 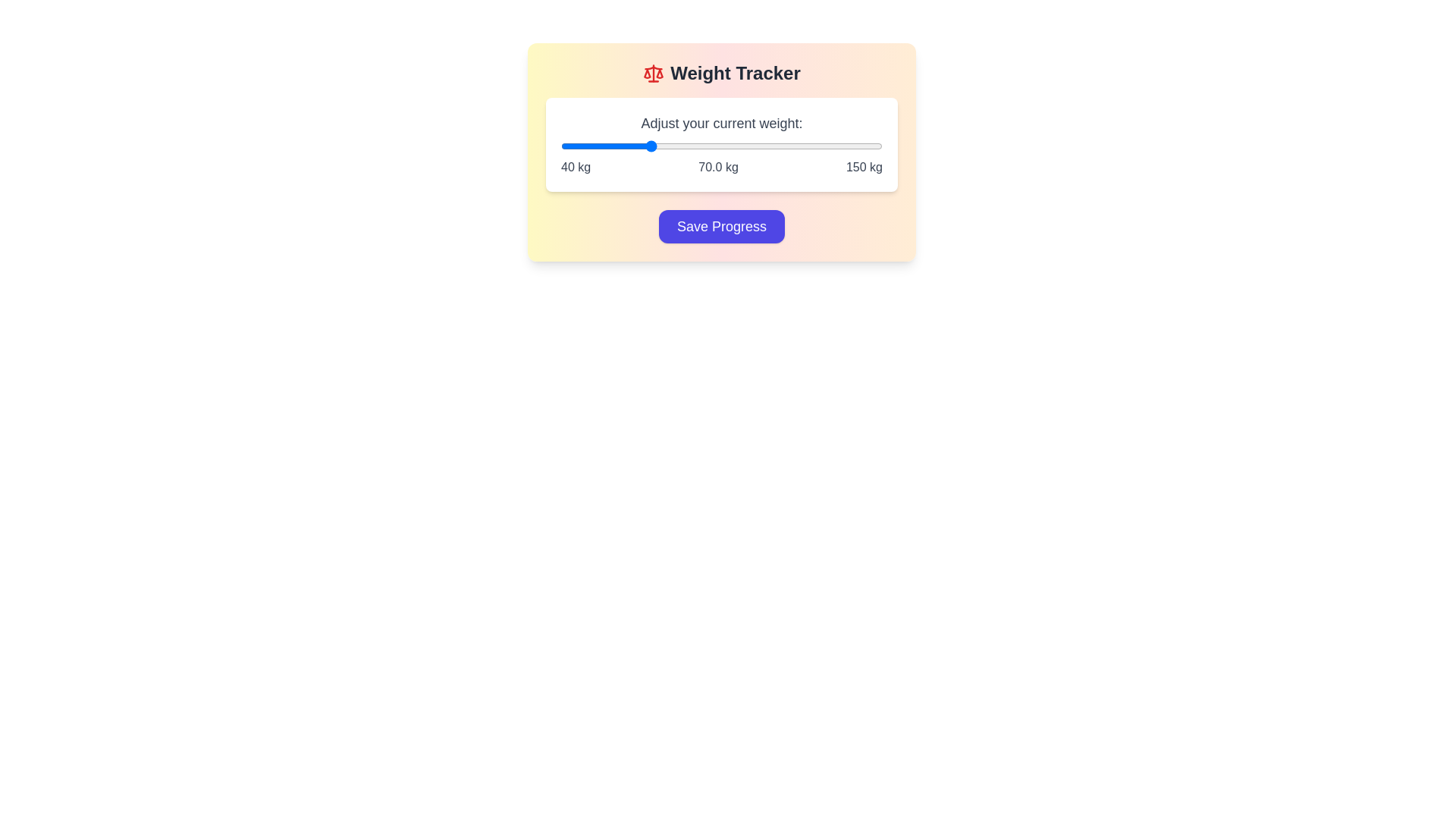 I want to click on the weight slider to 53 kg, so click(x=598, y=146).